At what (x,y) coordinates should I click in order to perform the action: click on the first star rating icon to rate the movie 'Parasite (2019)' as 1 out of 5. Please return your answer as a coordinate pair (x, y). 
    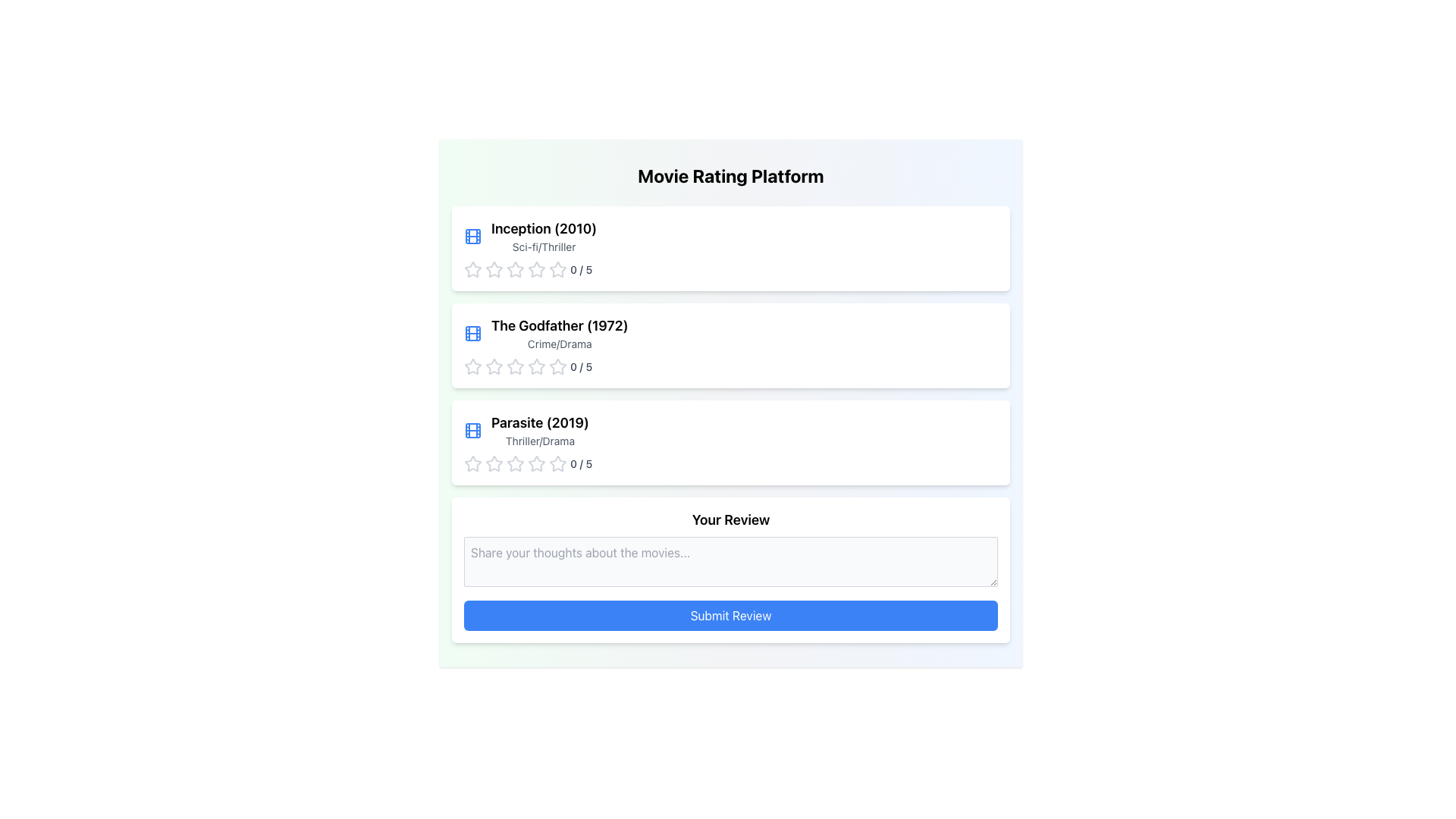
    Looking at the image, I should click on (516, 463).